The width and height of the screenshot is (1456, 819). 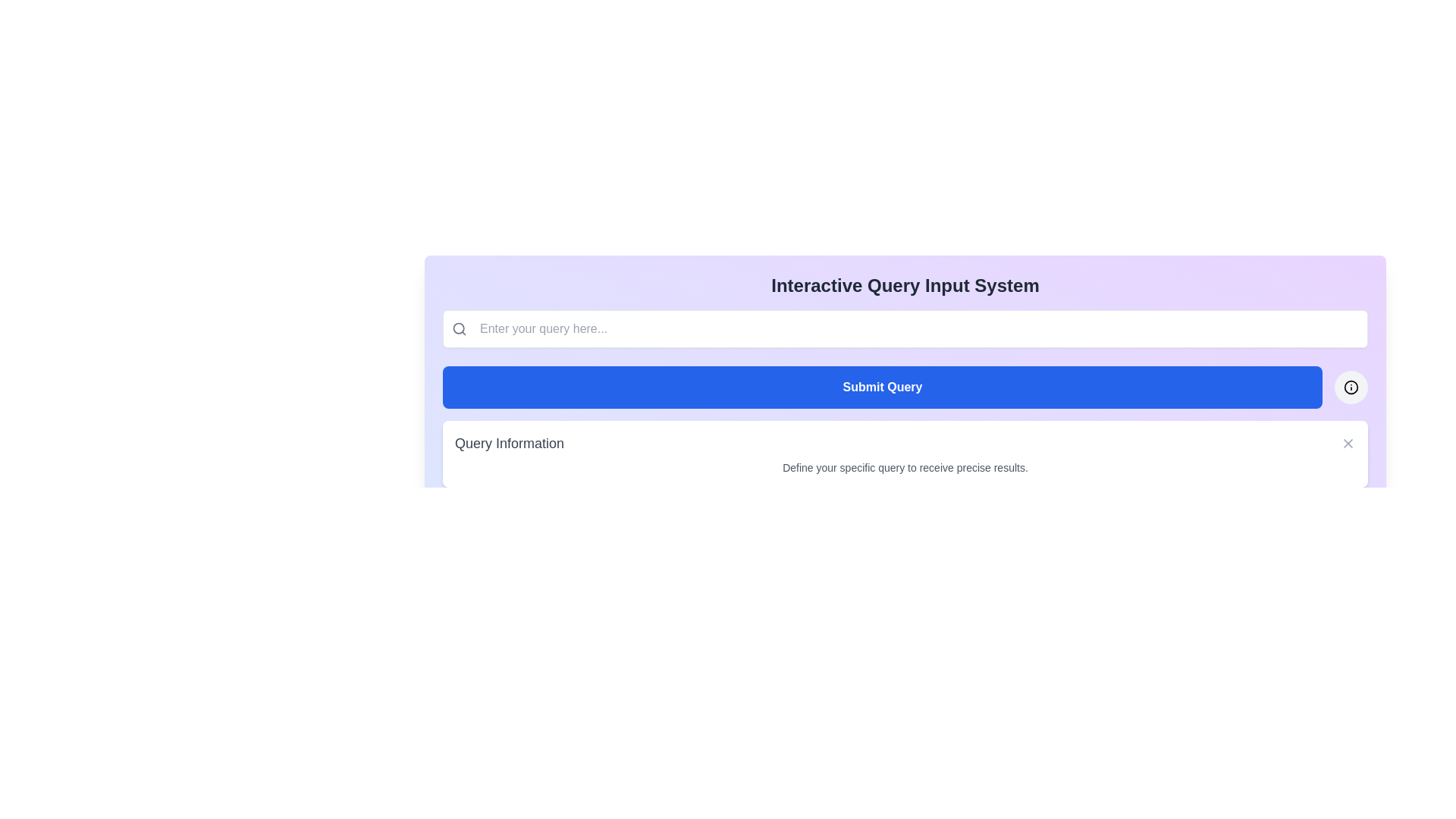 I want to click on the circular part of the magnifying glass icon located at the left side of the search input field, so click(x=458, y=328).